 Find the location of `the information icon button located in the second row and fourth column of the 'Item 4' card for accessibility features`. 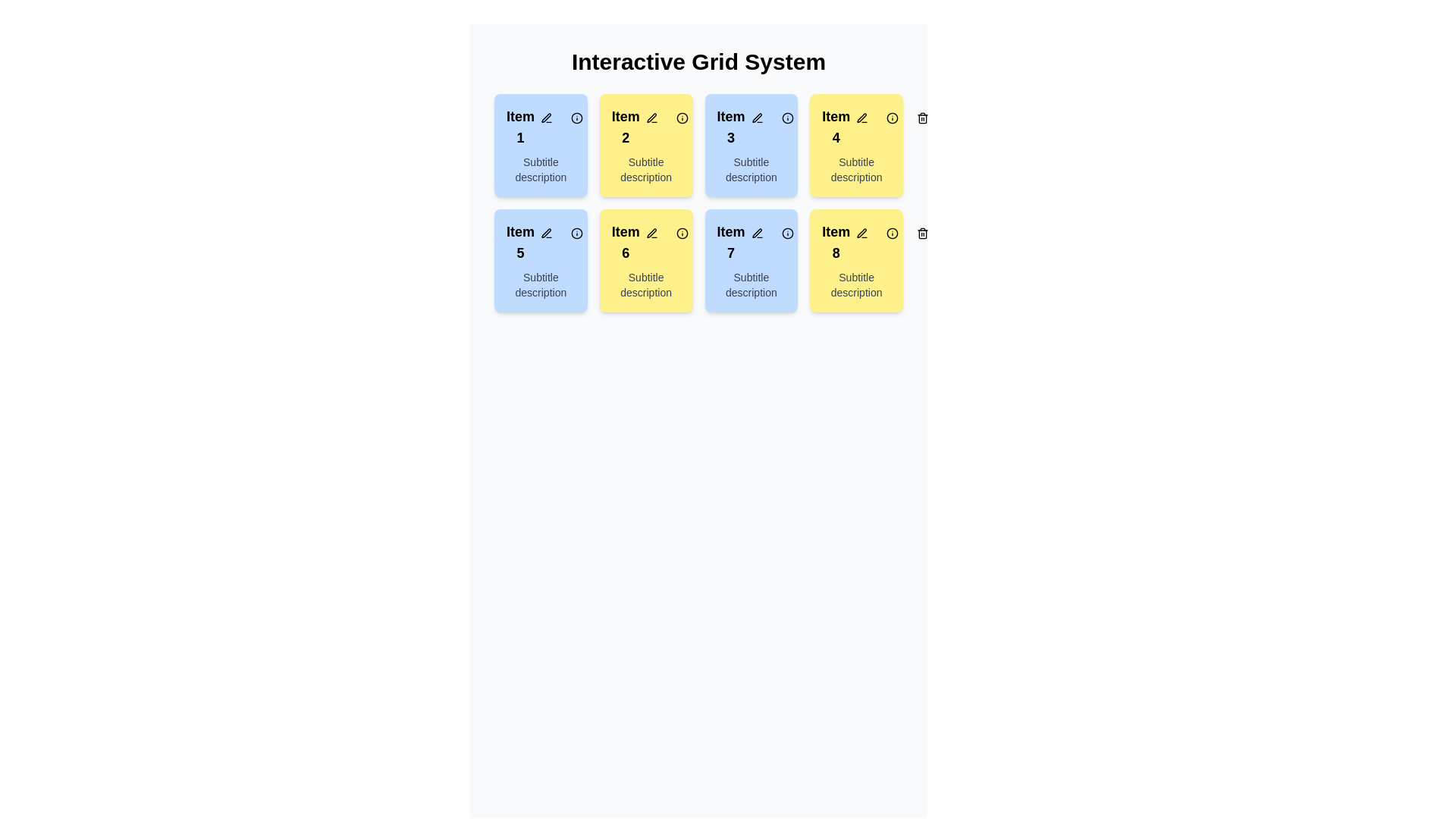

the information icon button located in the second row and fourth column of the 'Item 4' card for accessibility features is located at coordinates (893, 117).